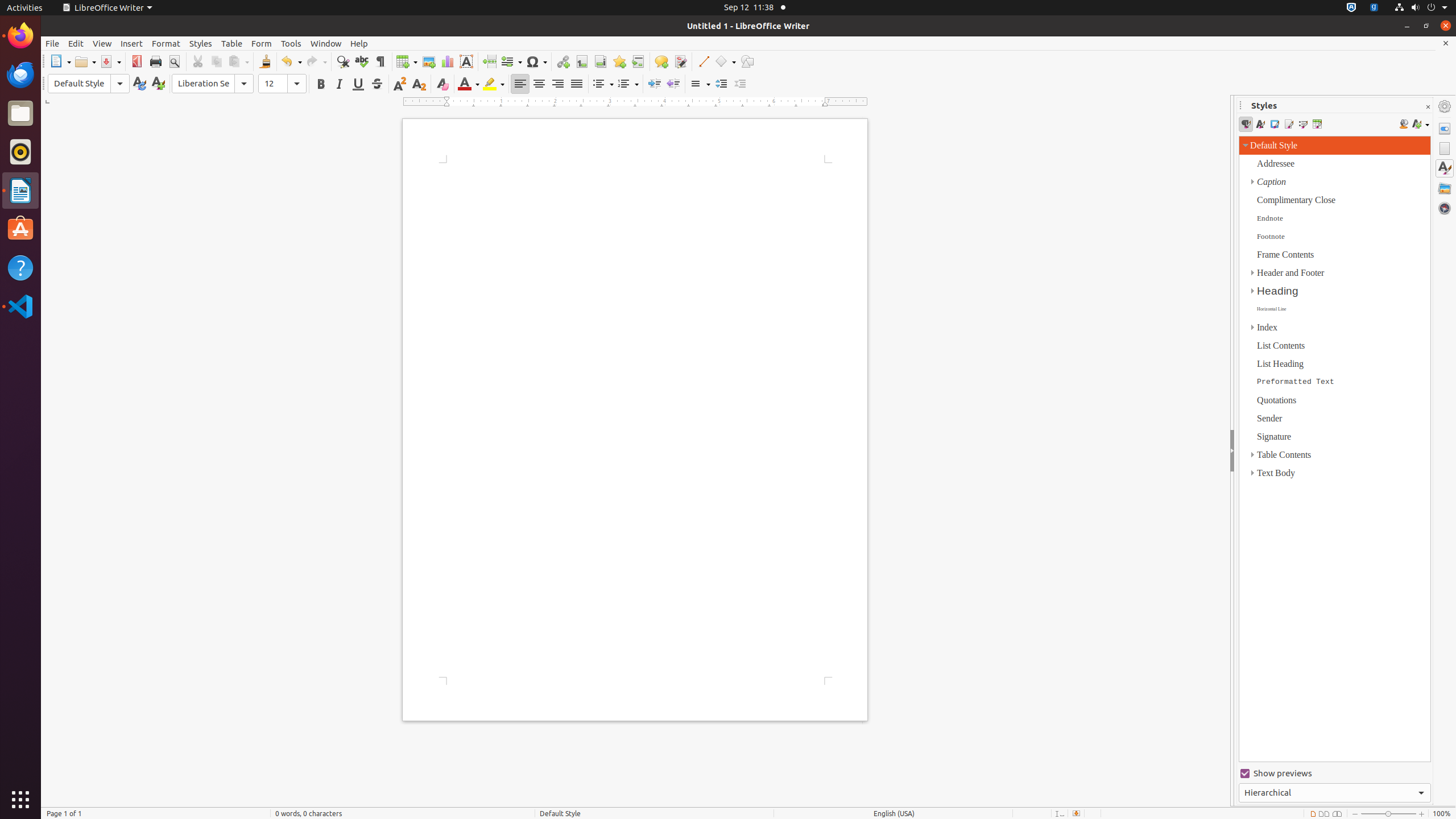  What do you see at coordinates (399, 83) in the screenshot?
I see `'Superscript'` at bounding box center [399, 83].